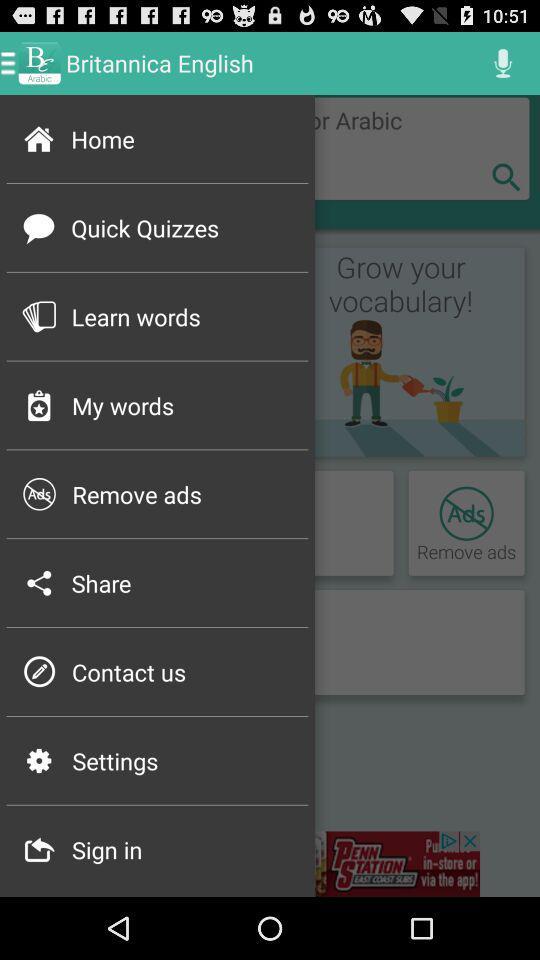 The image size is (540, 960). What do you see at coordinates (505, 176) in the screenshot?
I see `the x` at bounding box center [505, 176].